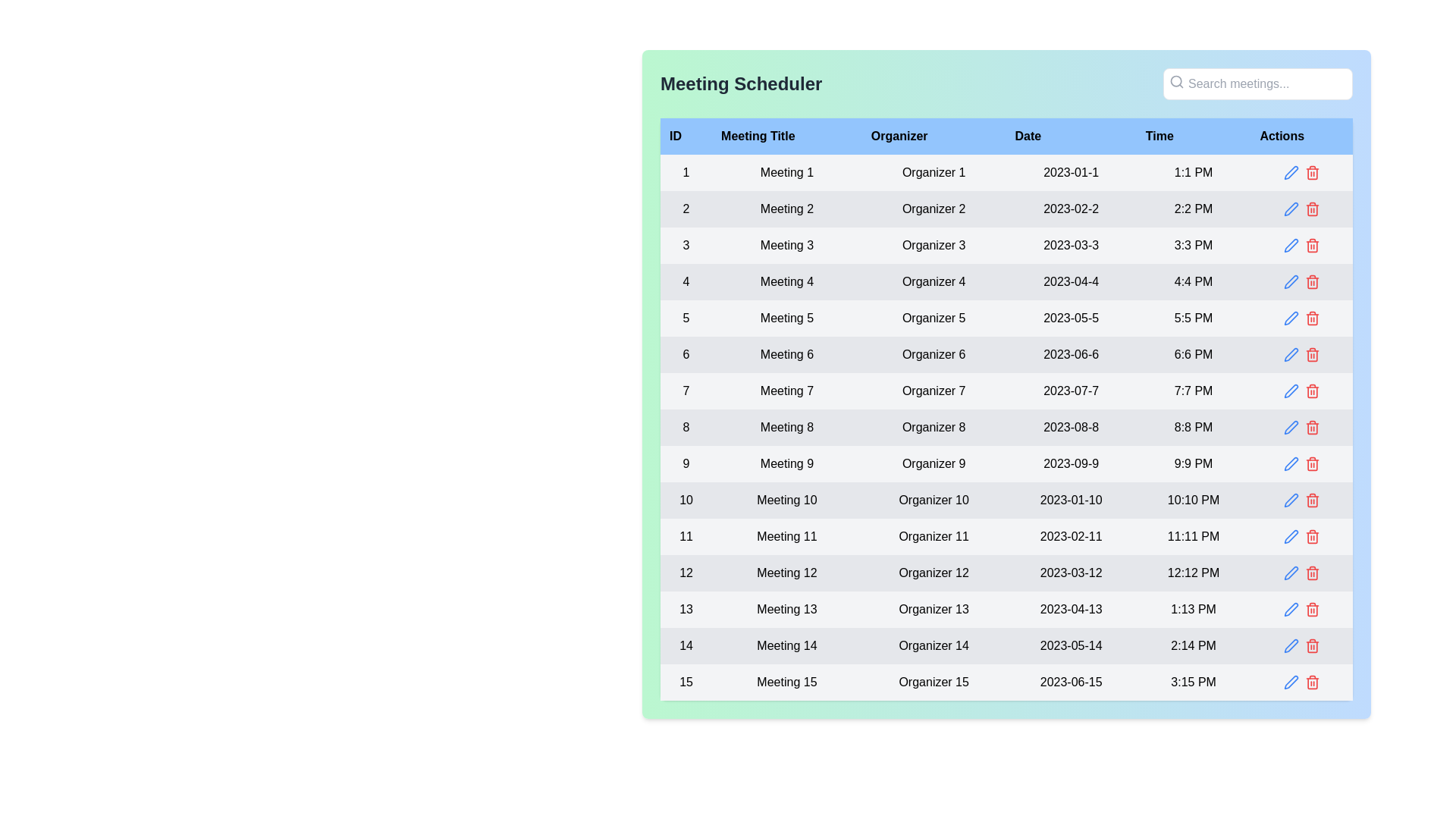 The width and height of the screenshot is (1456, 819). Describe the element at coordinates (1070, 427) in the screenshot. I see `the static text displaying the date '2023-08-8' in the fourth column of the eighth row of the table for 'Meeting 8'` at that location.